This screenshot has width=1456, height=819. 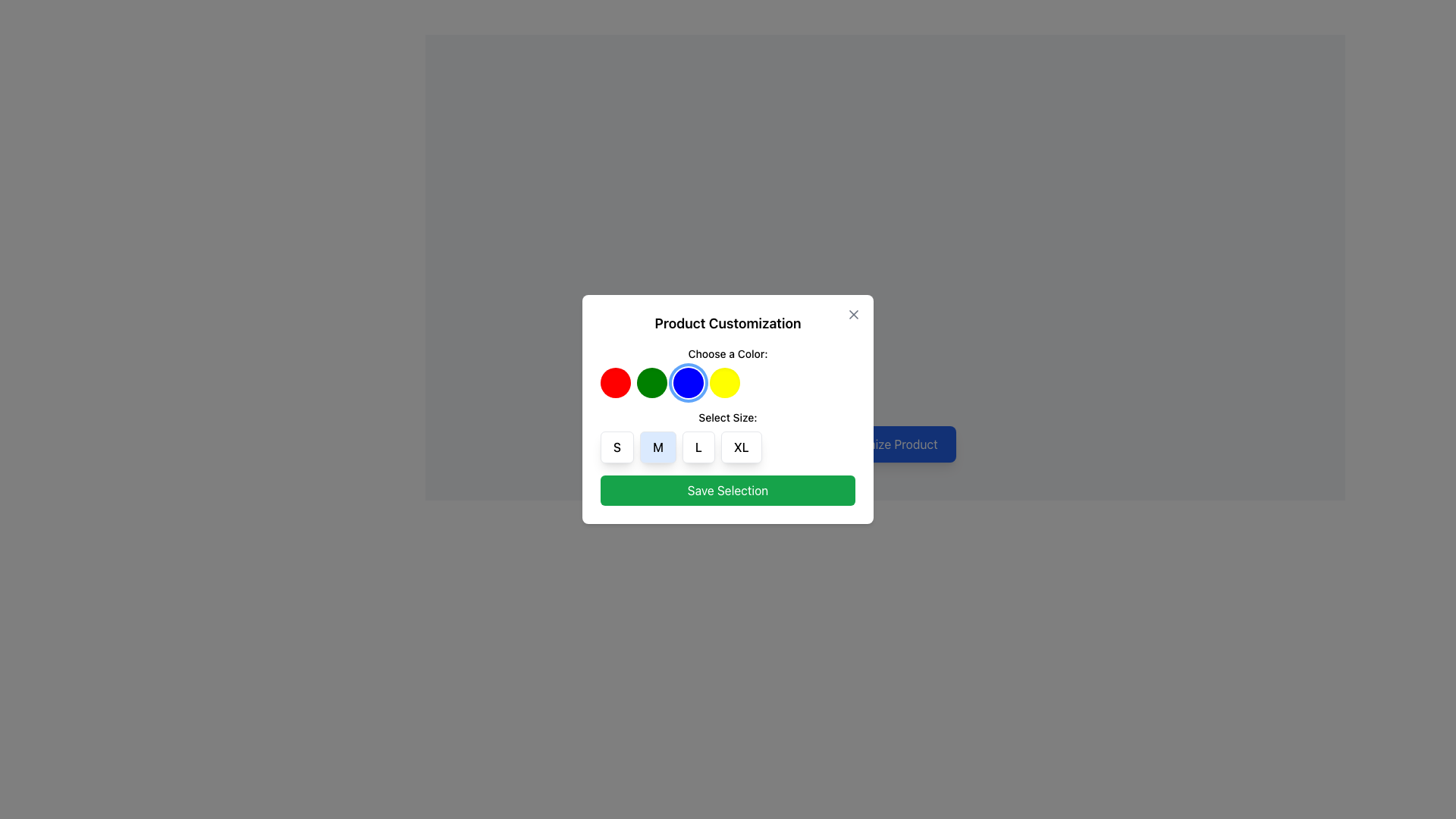 I want to click on the small, square-shaped button with an 'X' icon located in the top-right corner of the white dialog interface to observe the color change to red, so click(x=854, y=314).